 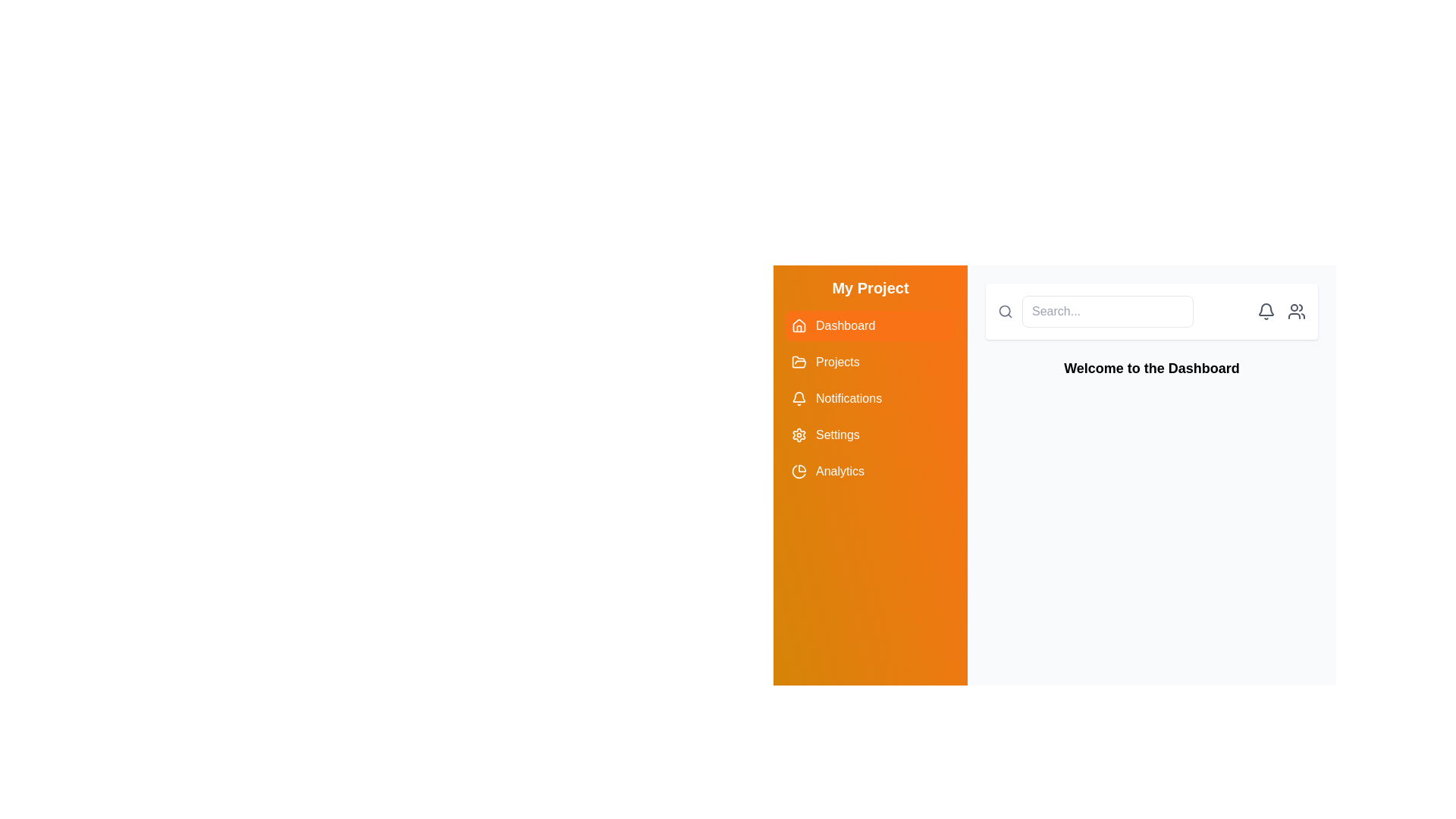 What do you see at coordinates (1005, 311) in the screenshot?
I see `the search icon located to the far left of the search bar to focus on the adjacent search input field` at bounding box center [1005, 311].